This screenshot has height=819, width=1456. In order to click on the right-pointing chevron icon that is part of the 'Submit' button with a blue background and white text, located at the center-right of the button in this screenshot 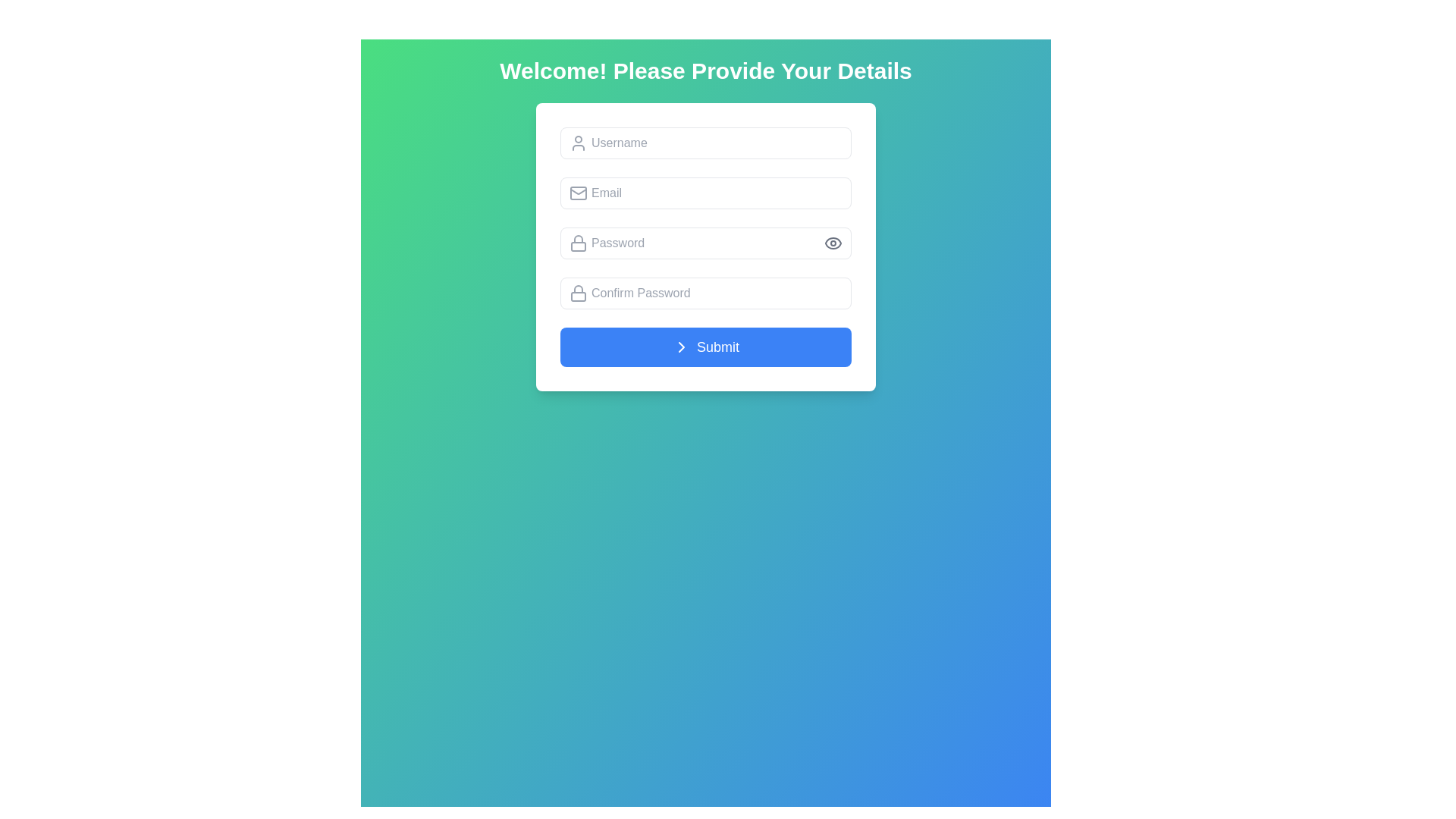, I will do `click(680, 347)`.